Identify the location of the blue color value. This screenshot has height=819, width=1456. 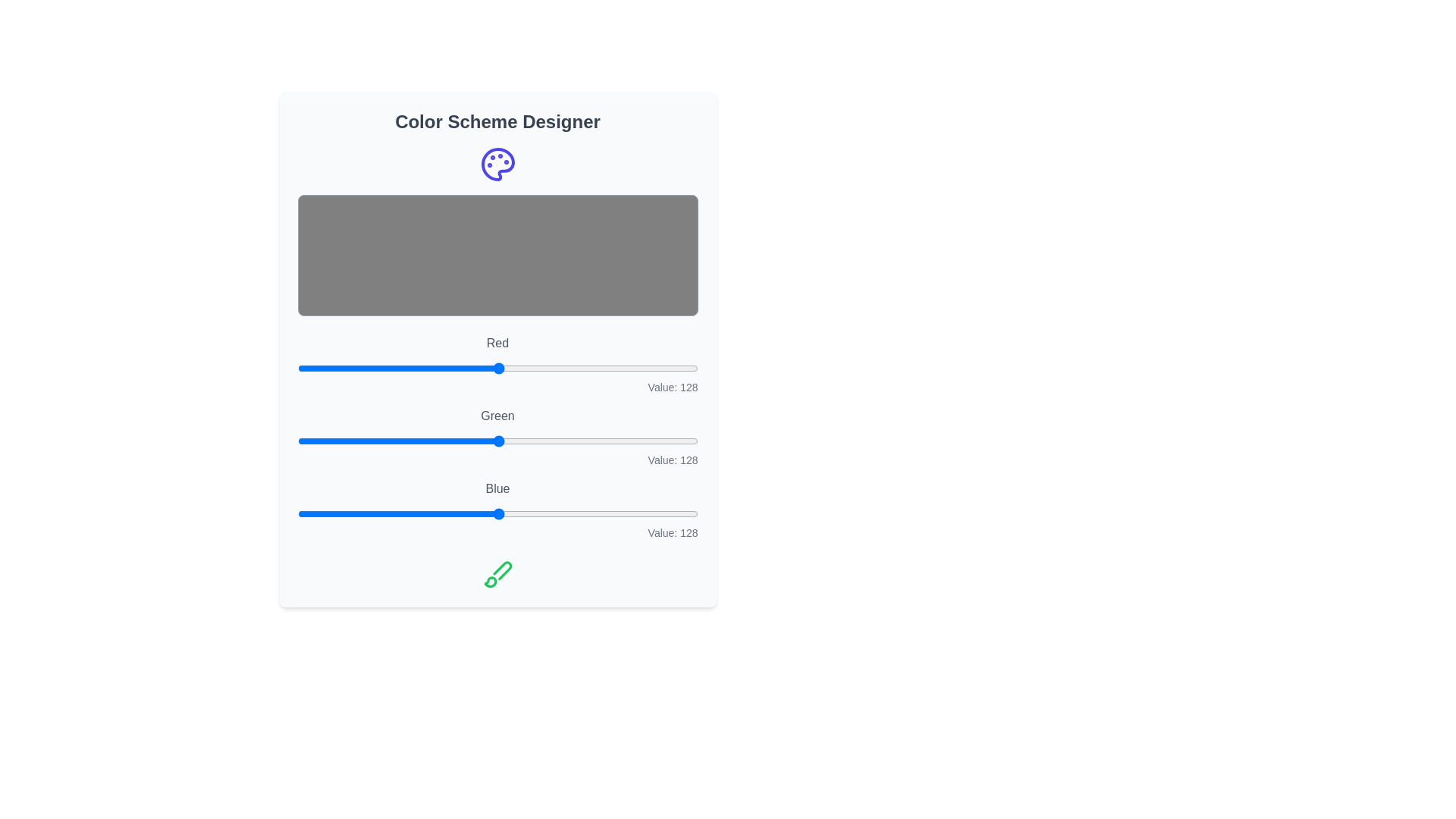
(654, 513).